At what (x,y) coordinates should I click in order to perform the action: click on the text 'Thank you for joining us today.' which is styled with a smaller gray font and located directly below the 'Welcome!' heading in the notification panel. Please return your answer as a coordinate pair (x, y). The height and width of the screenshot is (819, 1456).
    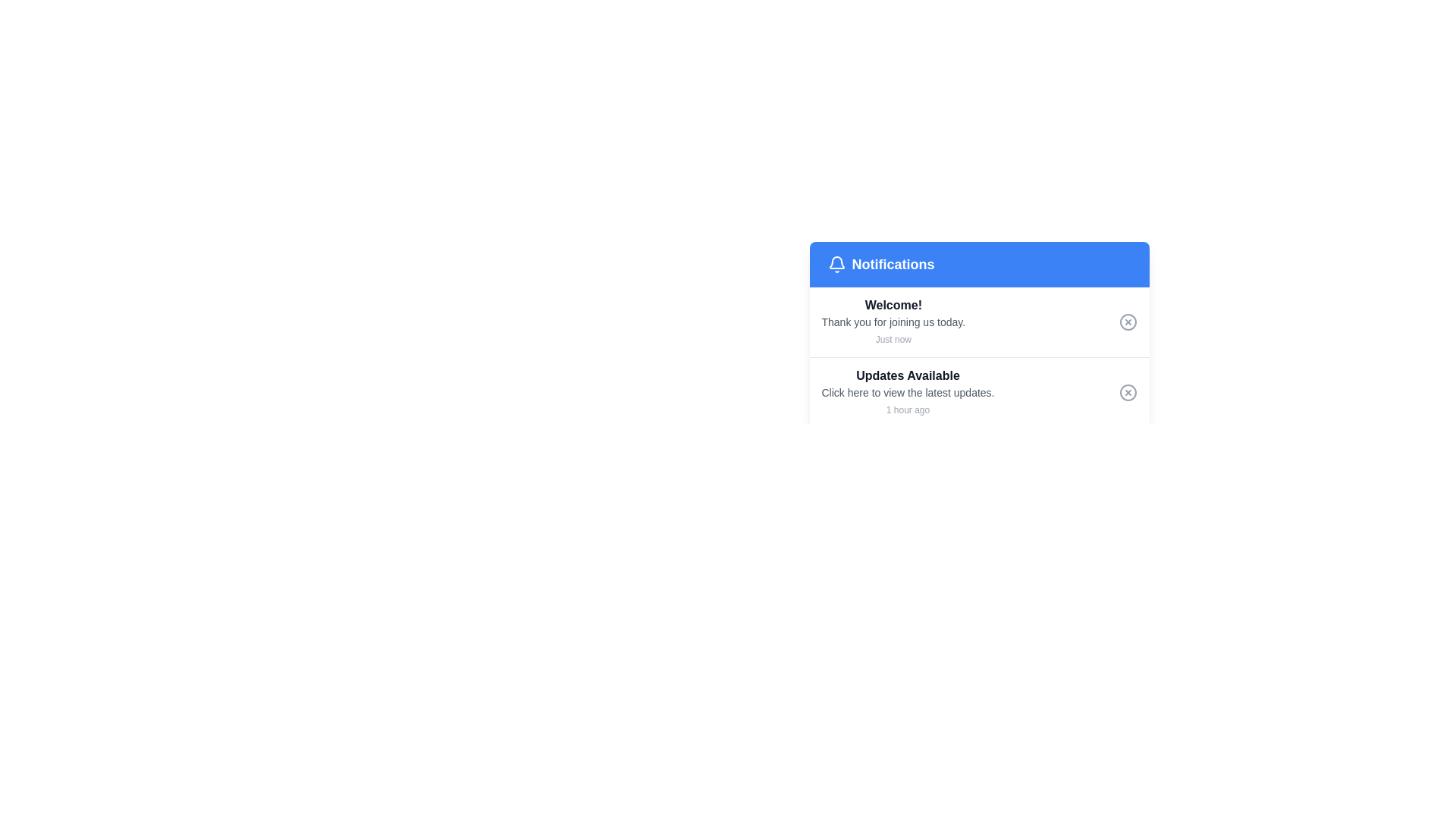
    Looking at the image, I should click on (893, 321).